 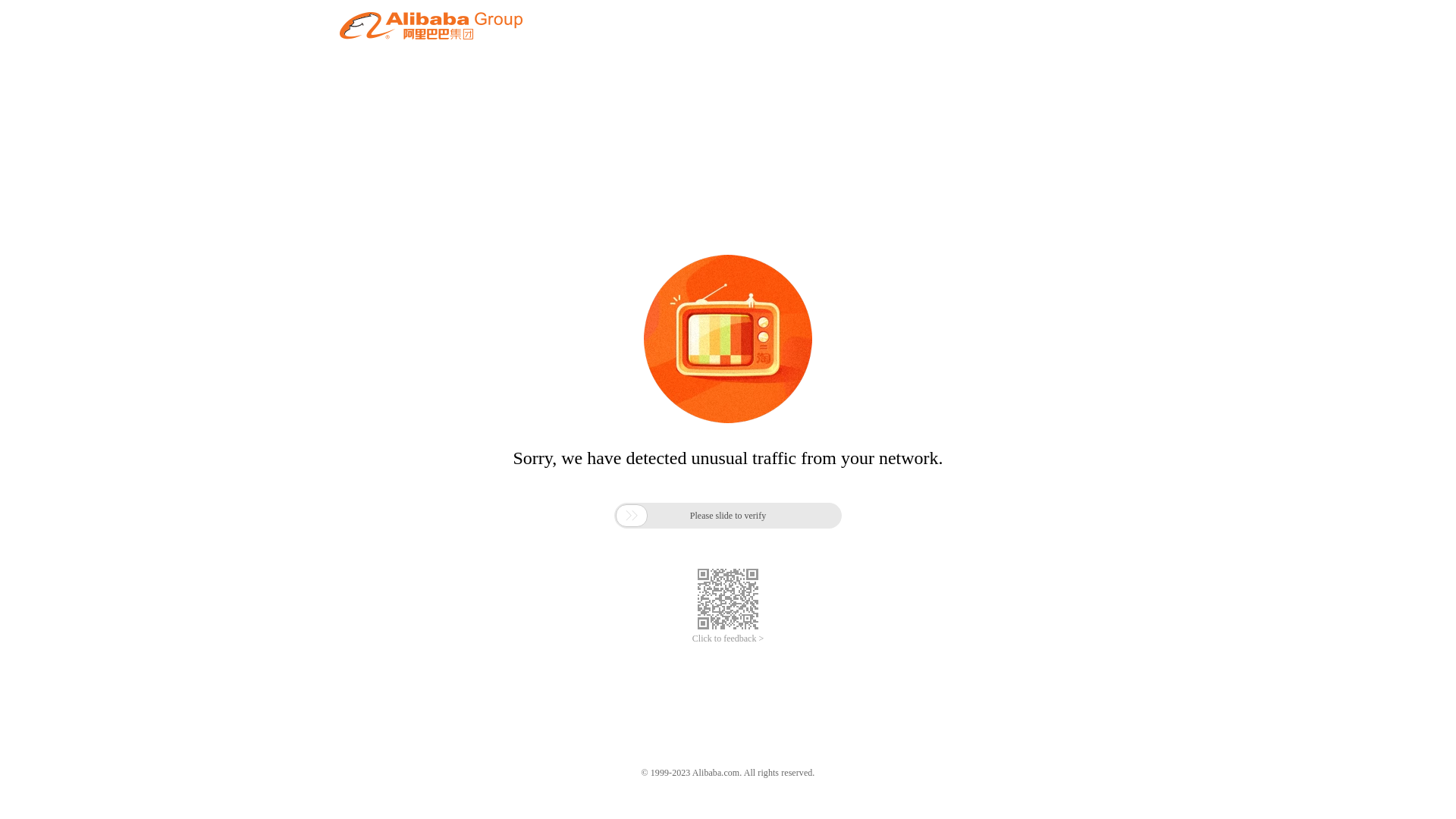 I want to click on 'Click to feedback >', so click(x=728, y=639).